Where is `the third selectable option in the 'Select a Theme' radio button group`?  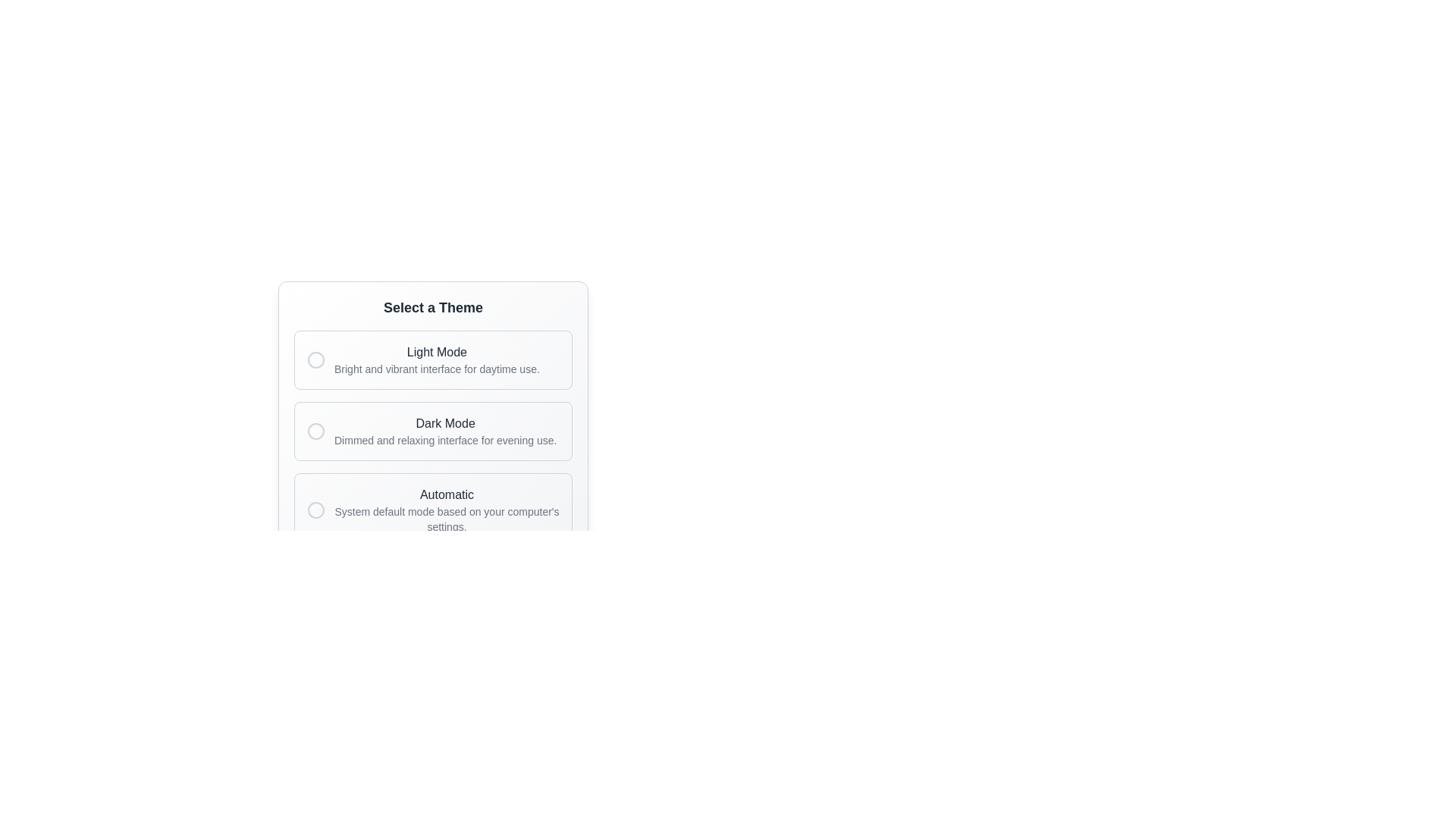
the third selectable option in the 'Select a Theme' radio button group is located at coordinates (432, 510).